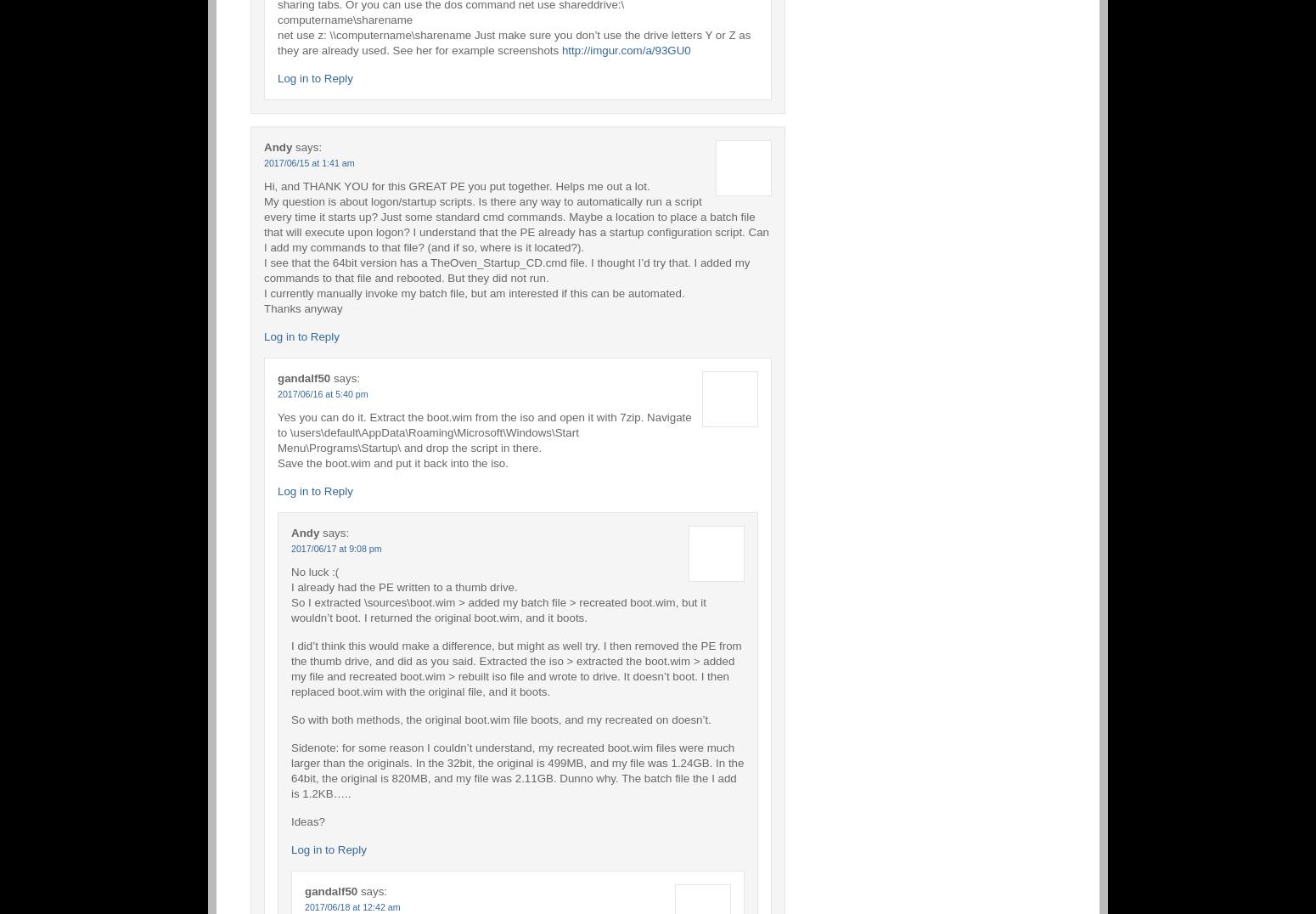 The width and height of the screenshot is (1316, 914). I want to click on '2017/06/15 at 1:41 am', so click(307, 161).